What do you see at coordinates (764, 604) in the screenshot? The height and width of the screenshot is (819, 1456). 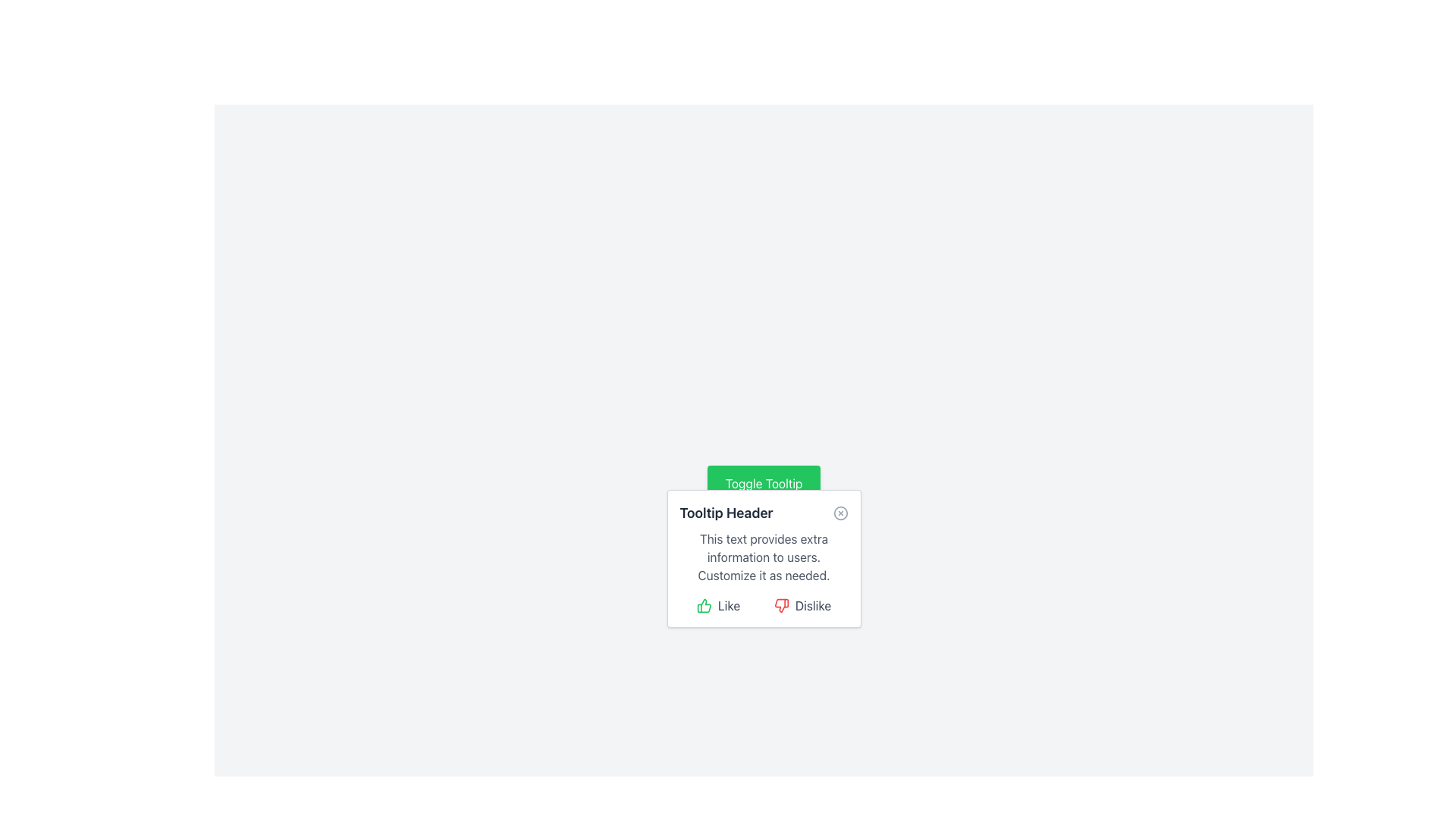 I see `the 'Dislike' icon labeled with a red thumbs-down within the Component Group located at the bottom section of the tooltip interface` at bounding box center [764, 604].